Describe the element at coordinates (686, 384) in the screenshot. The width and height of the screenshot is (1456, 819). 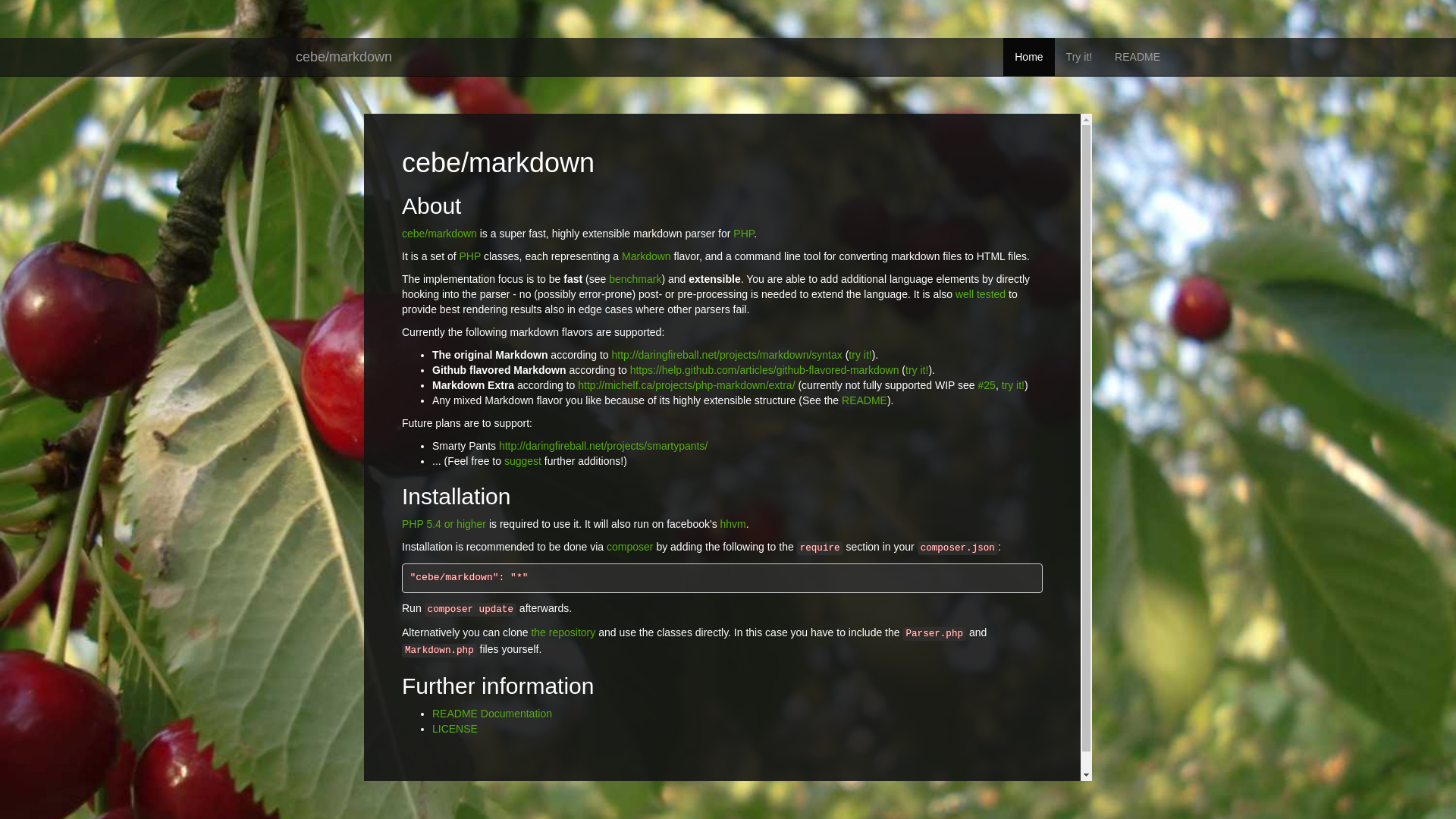
I see `'http://michelf.ca/projects/php-markdown/extra/'` at that location.